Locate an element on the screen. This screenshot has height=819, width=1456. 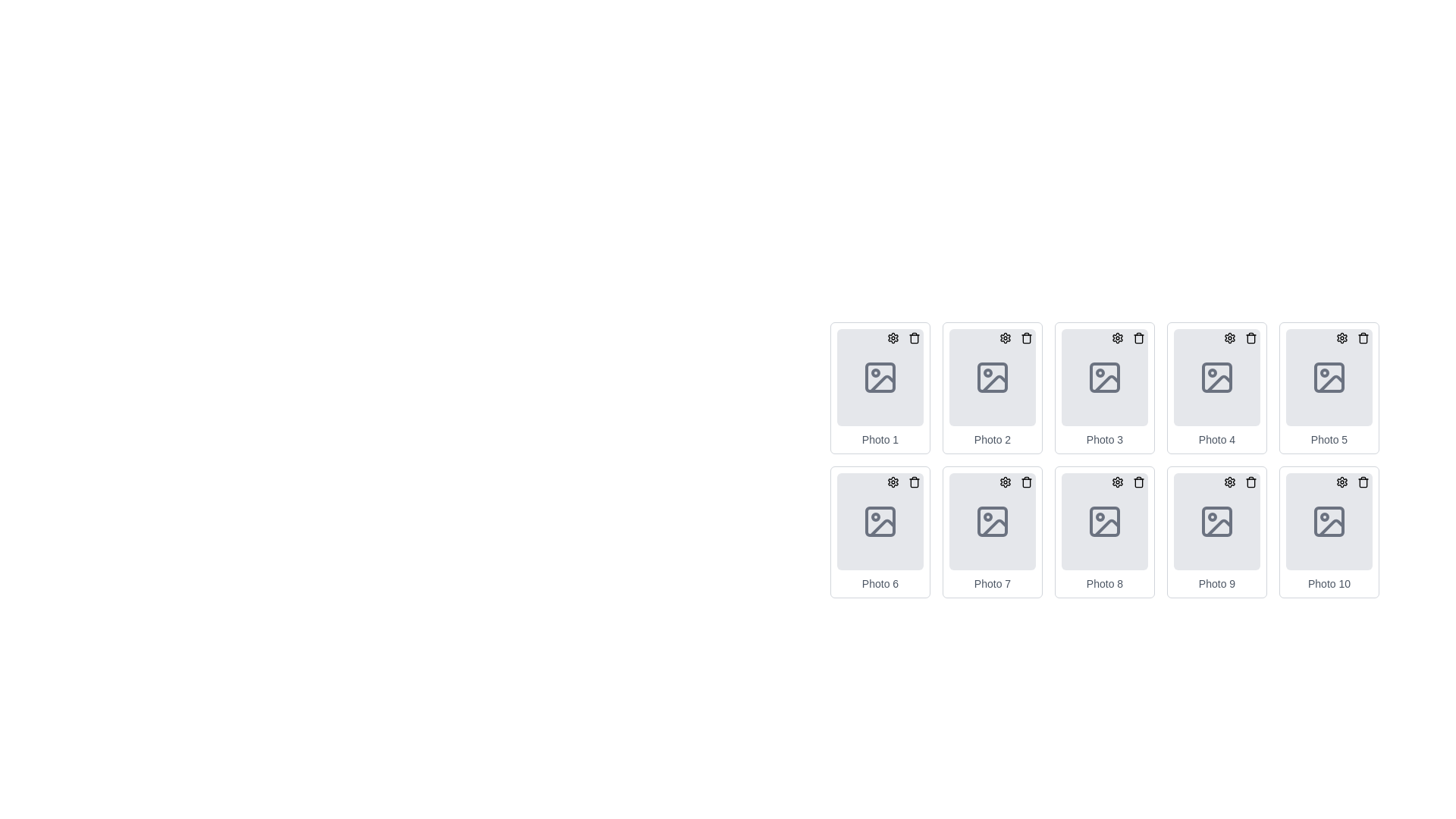
the settings gear icon located in the top-right corner of the card labeled 'Photo 5' within the cluster of interactive elements is located at coordinates (1353, 337).